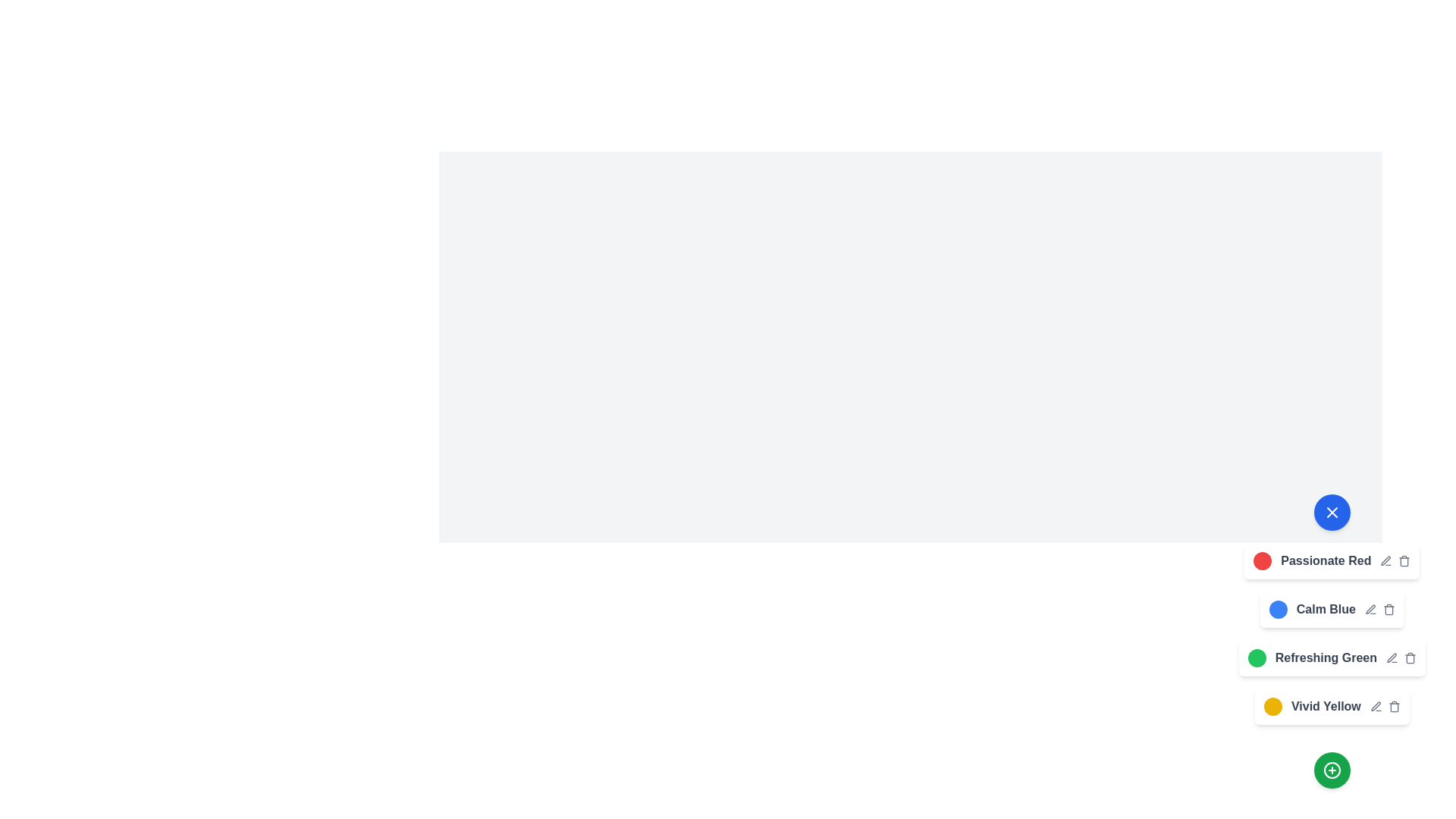 The height and width of the screenshot is (819, 1456). What do you see at coordinates (1257, 657) in the screenshot?
I see `the color theme Refreshing Green from the list` at bounding box center [1257, 657].